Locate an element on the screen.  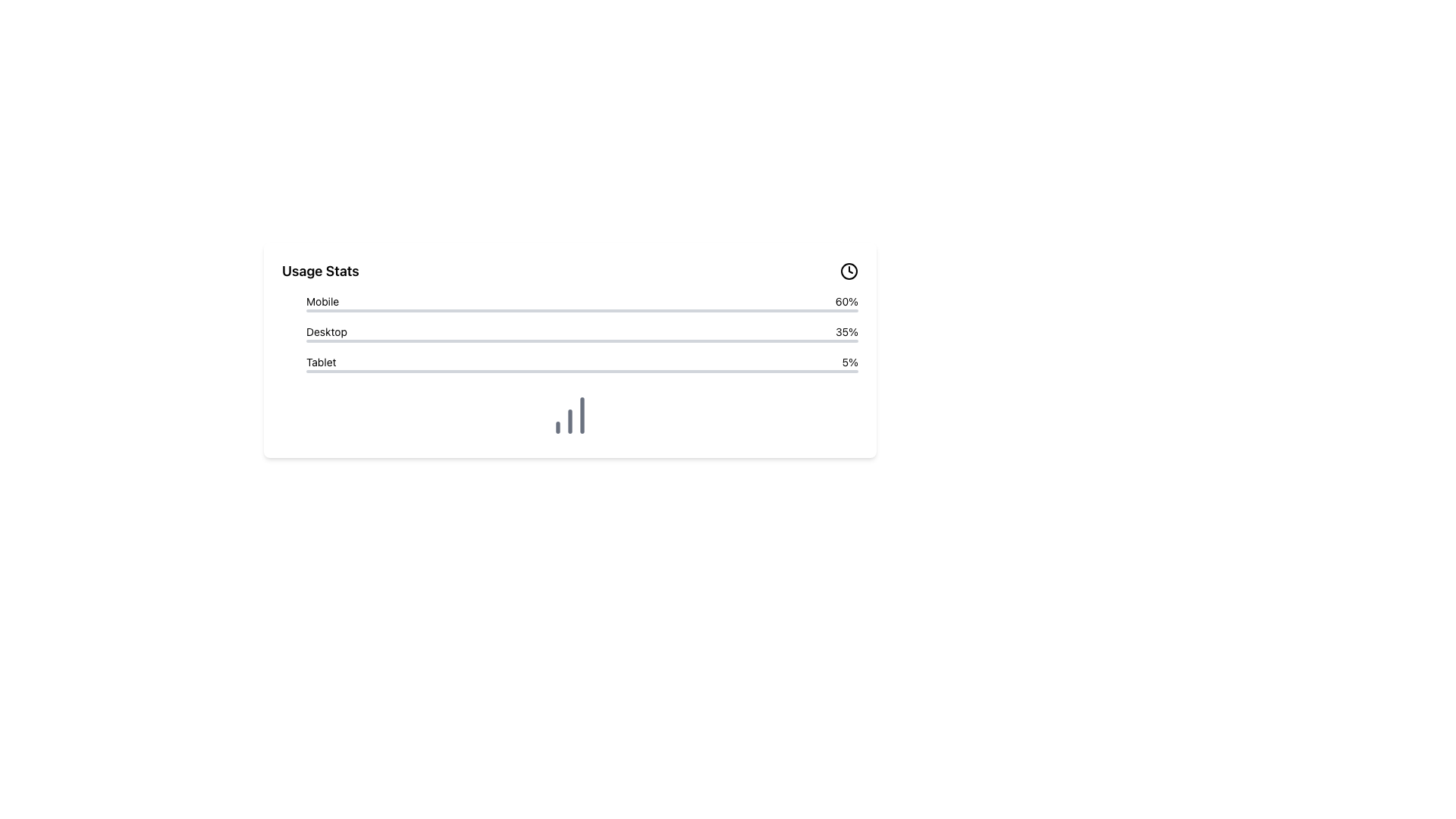
the Horizontal Bar Chart that represents desktop usage, which visually communicates 35% usage in the metrics section is located at coordinates (570, 332).